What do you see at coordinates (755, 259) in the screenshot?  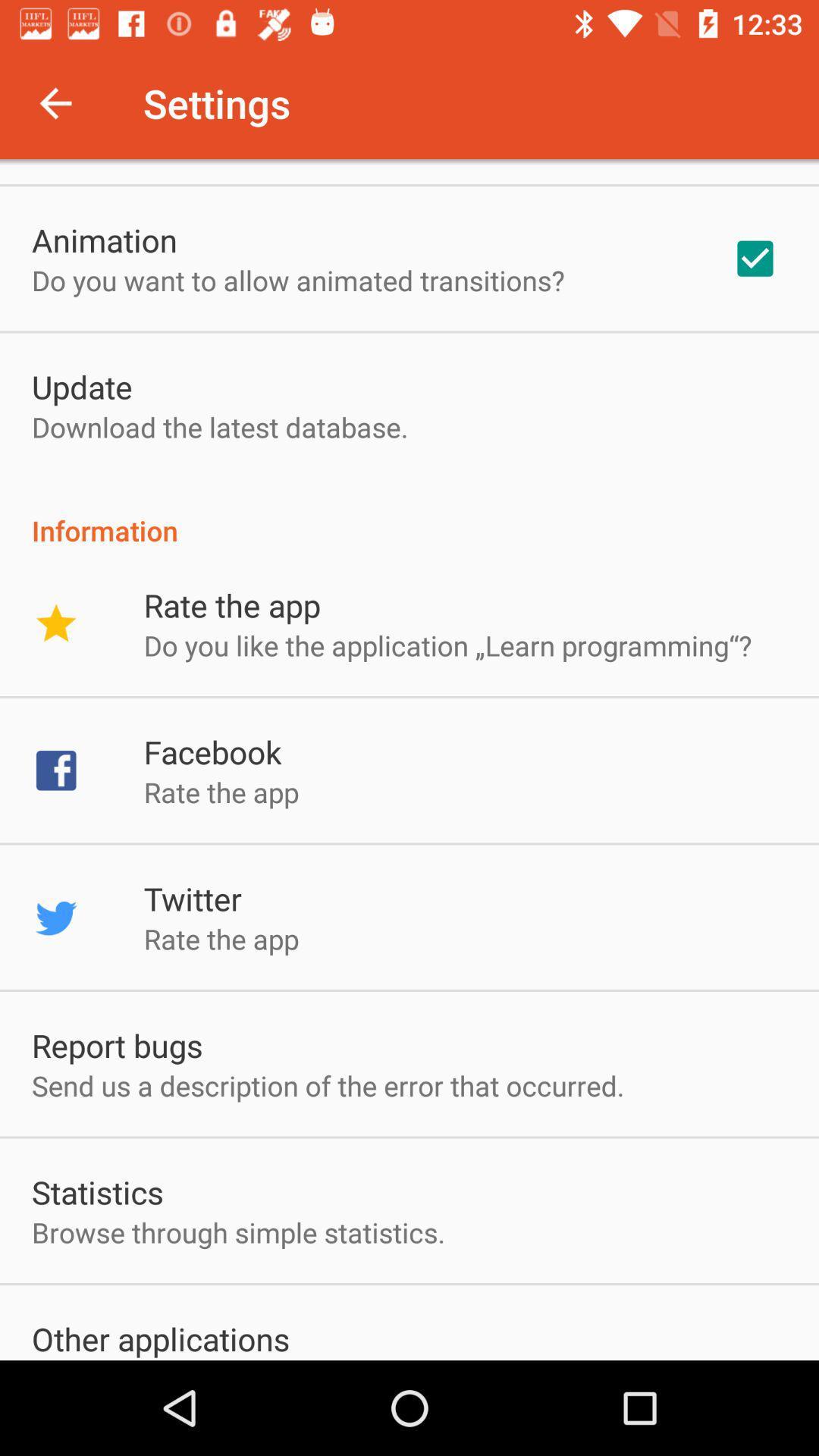 I see `the app to the right of the do you want app` at bounding box center [755, 259].